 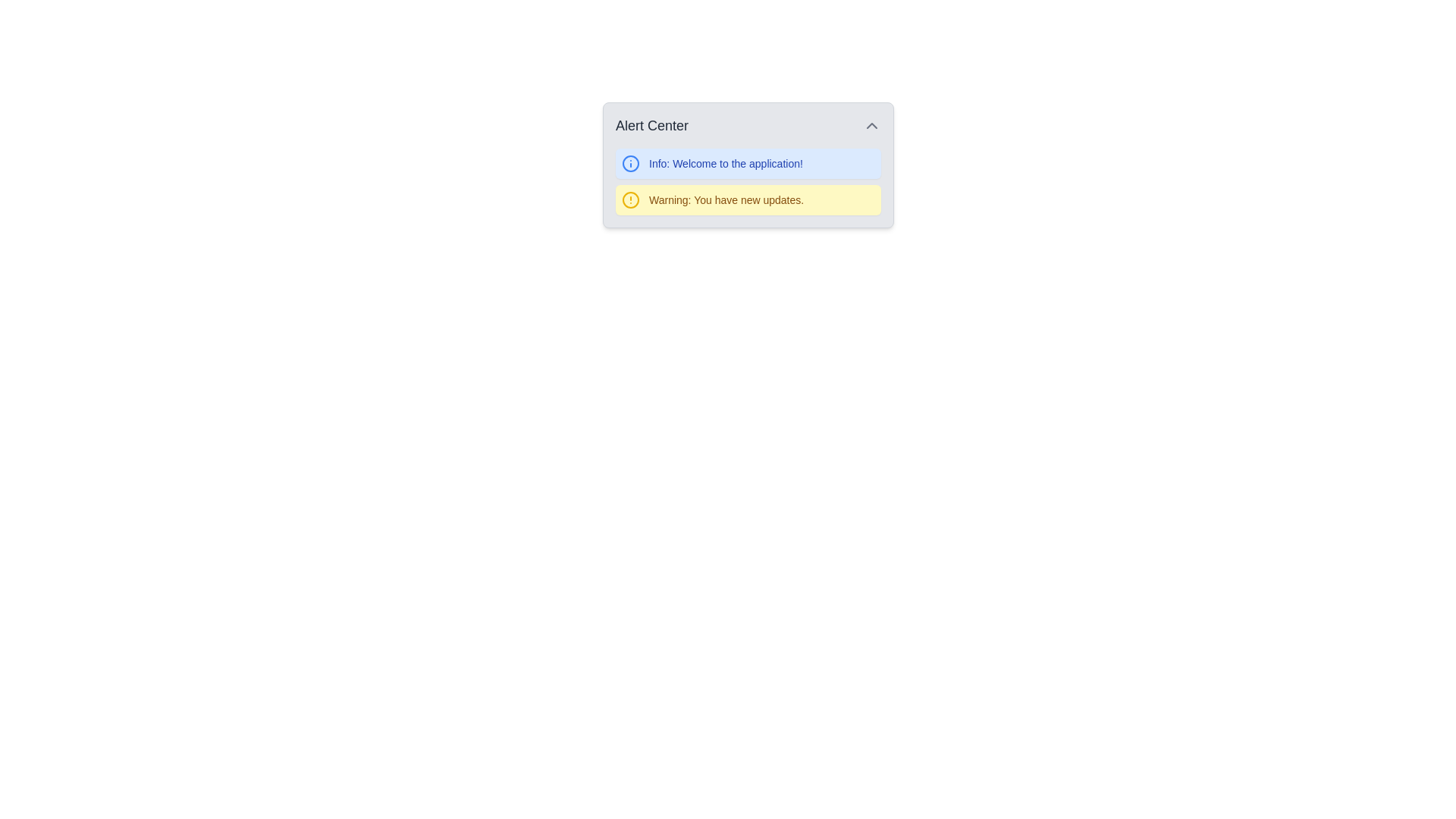 I want to click on notification messages from the 'Alert Center' Notification Panel, which includes an informational message and a warning message, so click(x=748, y=165).